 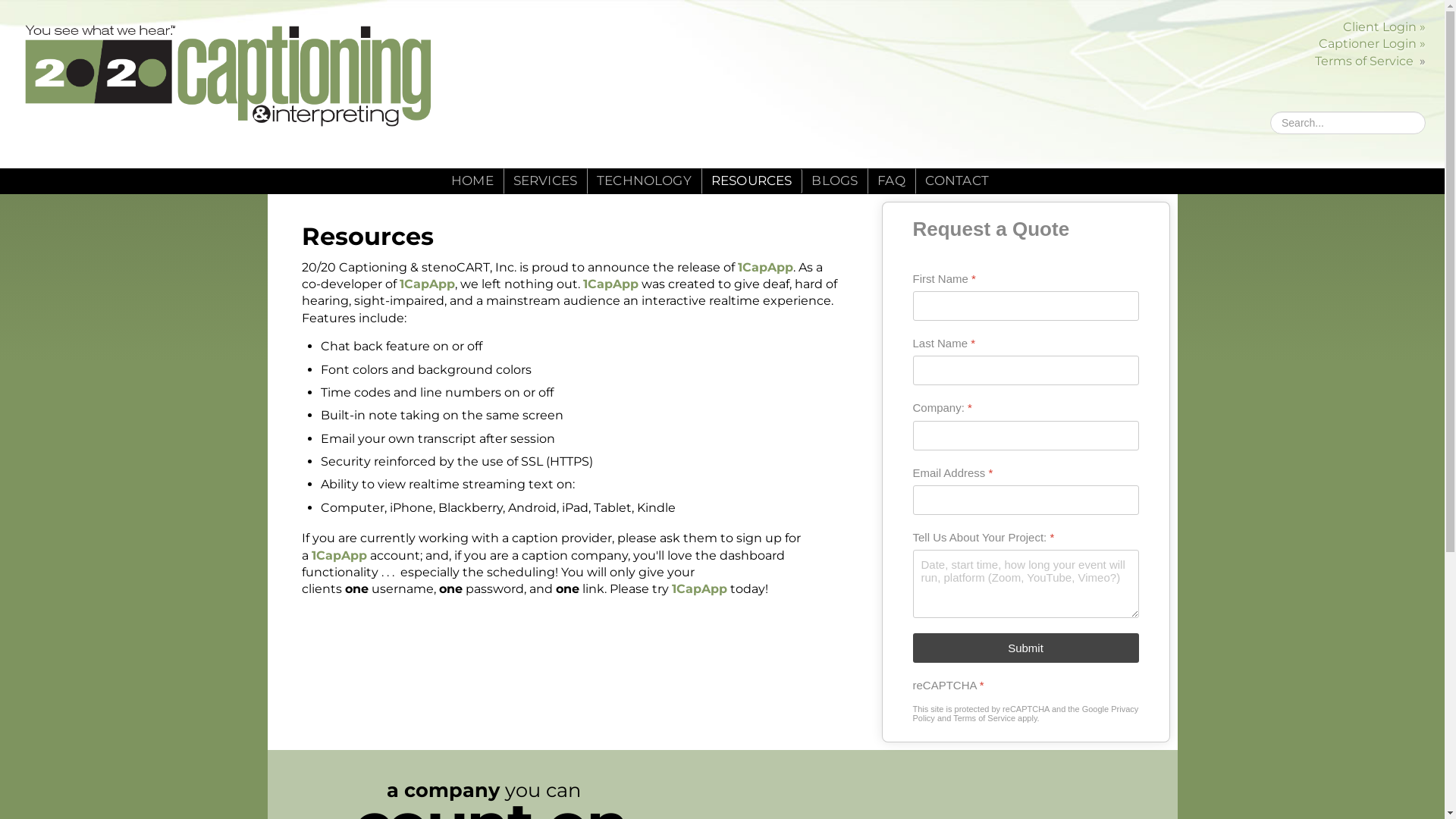 What do you see at coordinates (833, 180) in the screenshot?
I see `'BLOGS'` at bounding box center [833, 180].